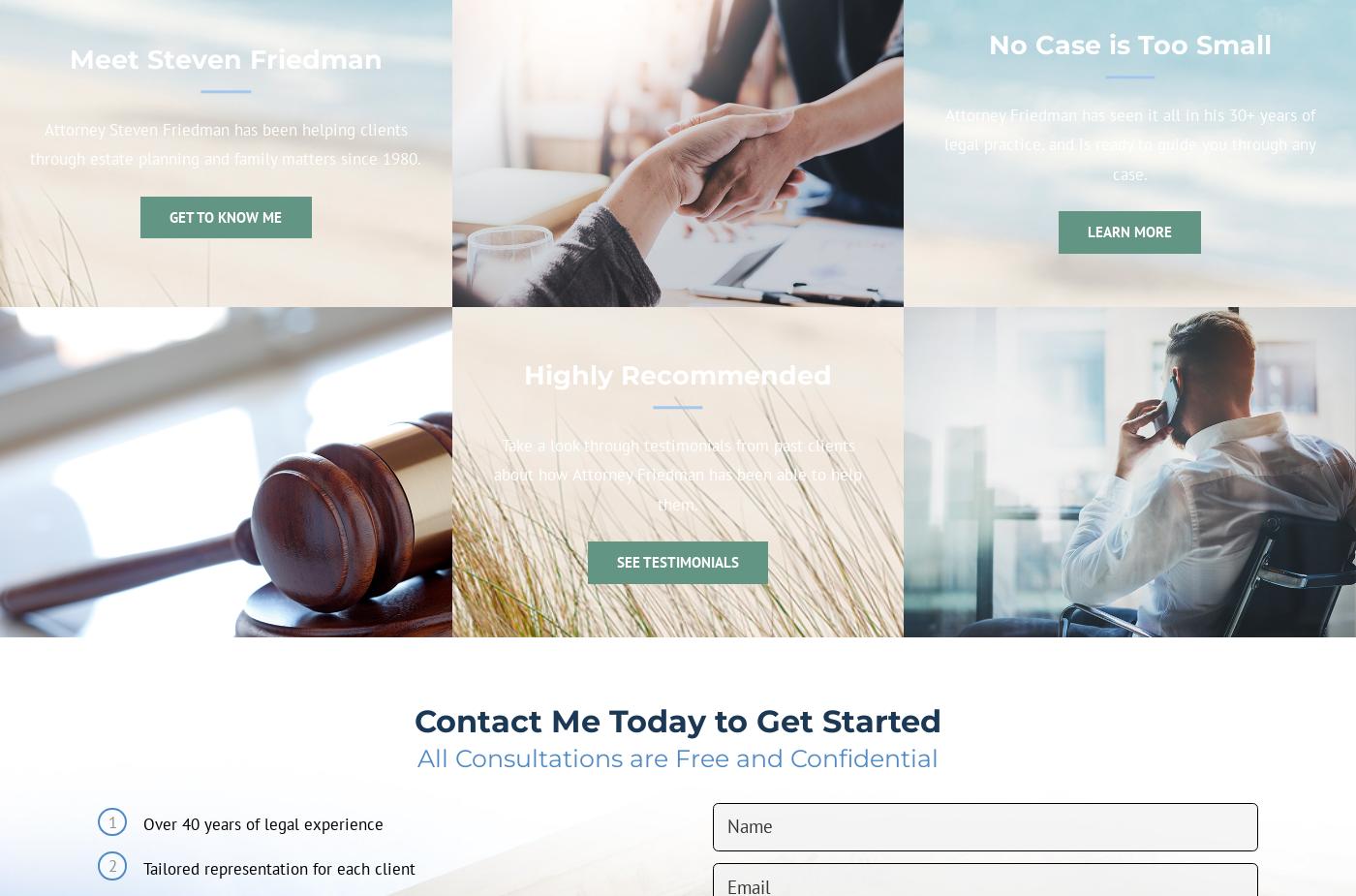 This screenshot has height=896, width=1356. Describe the element at coordinates (941, 143) in the screenshot. I see `'Attorney Friedman has seen it all in his 30+ years of legal practice, and
							 is ready to guide you through any case.'` at that location.